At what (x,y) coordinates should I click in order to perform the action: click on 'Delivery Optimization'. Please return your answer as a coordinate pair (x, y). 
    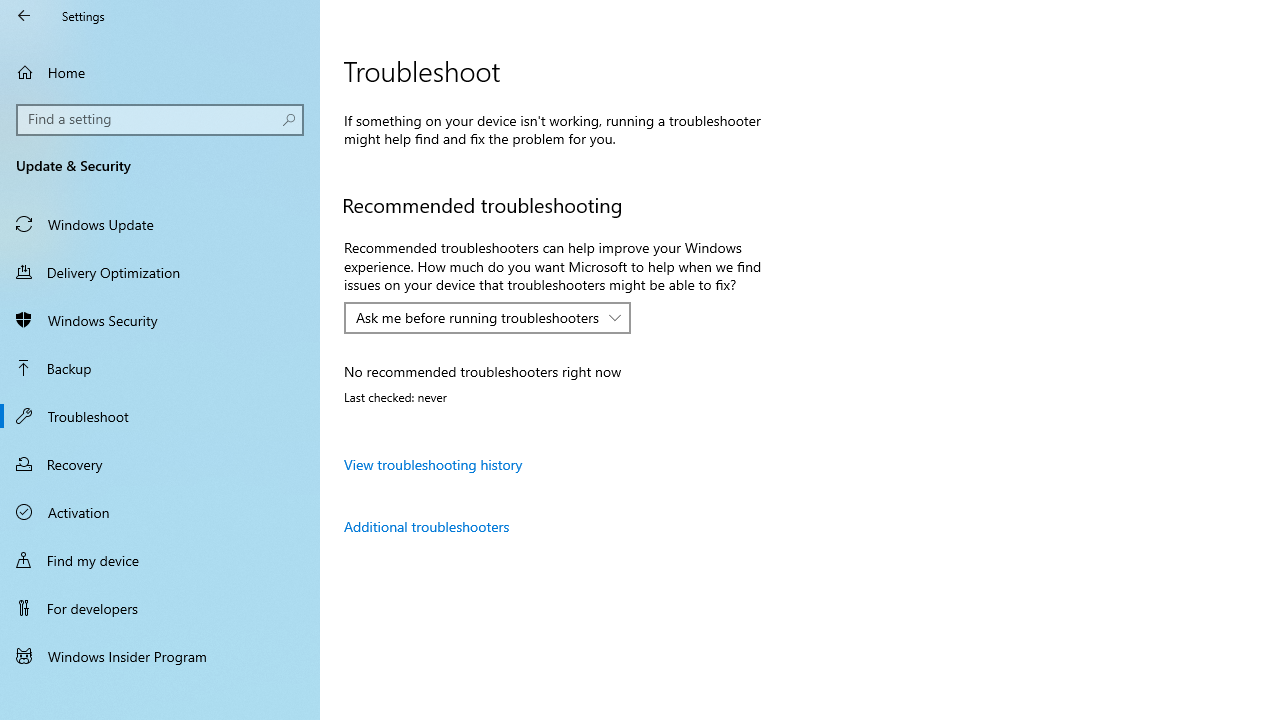
    Looking at the image, I should click on (160, 271).